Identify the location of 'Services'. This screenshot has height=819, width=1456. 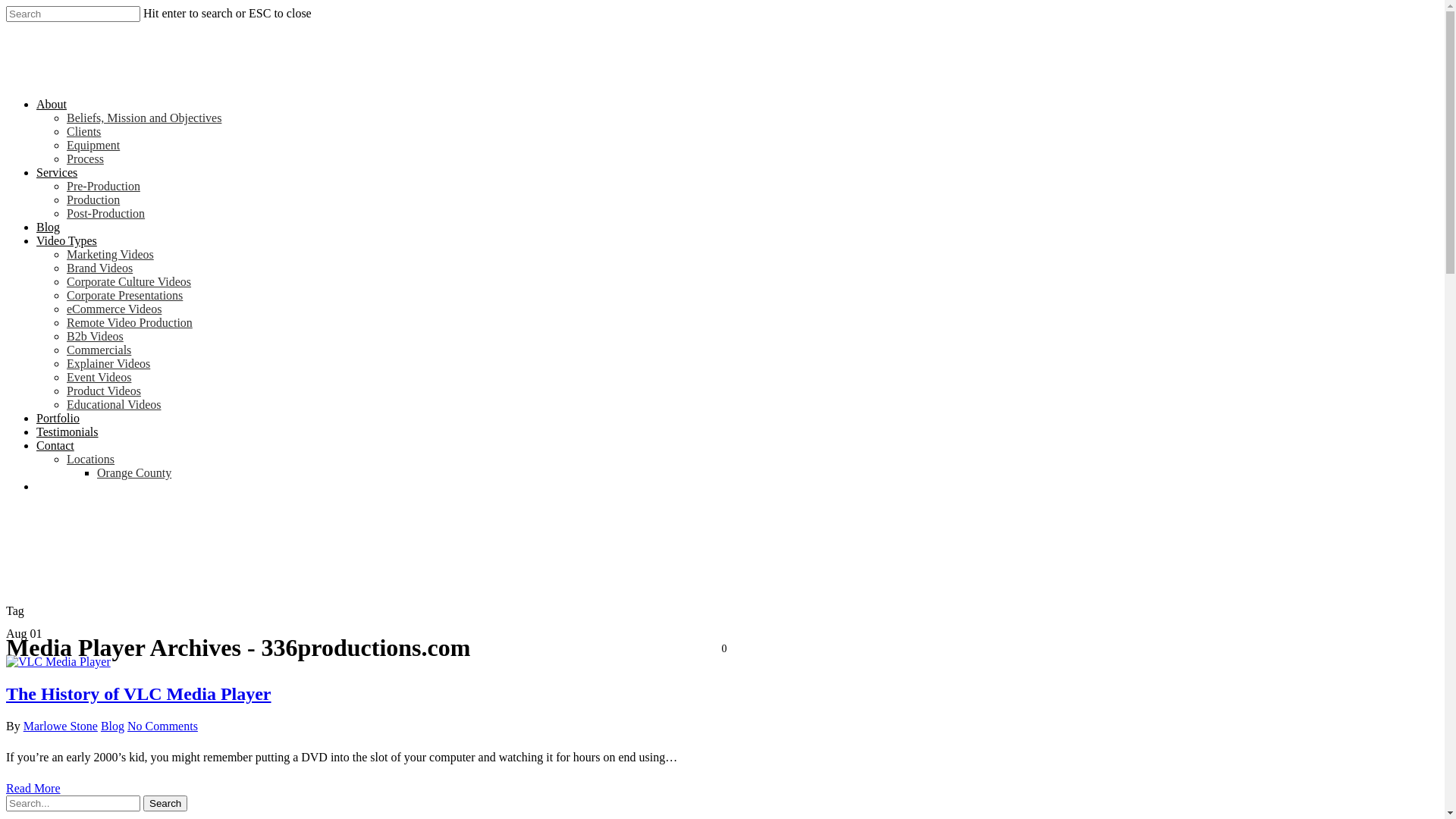
(36, 171).